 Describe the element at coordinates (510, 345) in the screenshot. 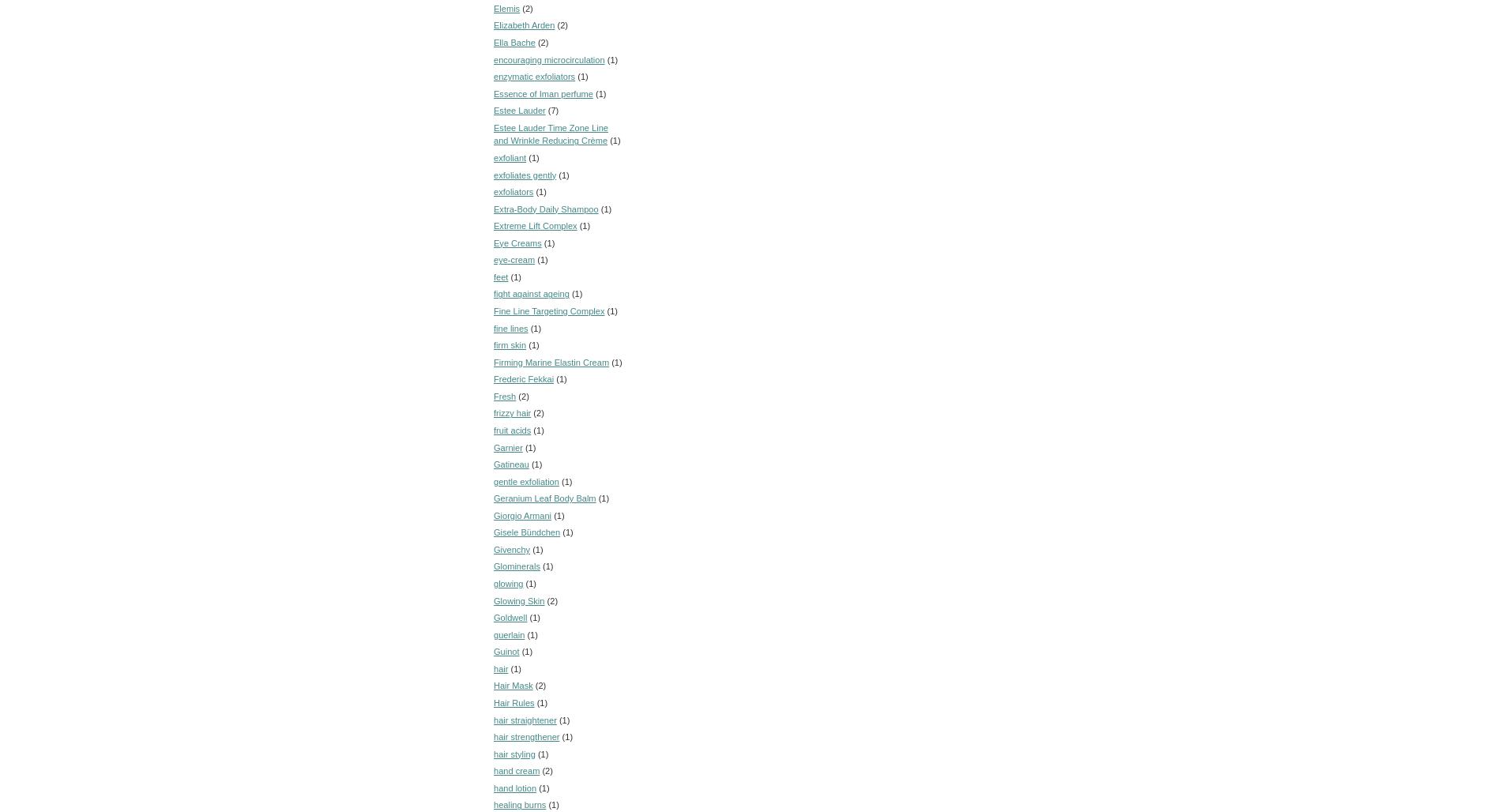

I see `'firm skin'` at that location.